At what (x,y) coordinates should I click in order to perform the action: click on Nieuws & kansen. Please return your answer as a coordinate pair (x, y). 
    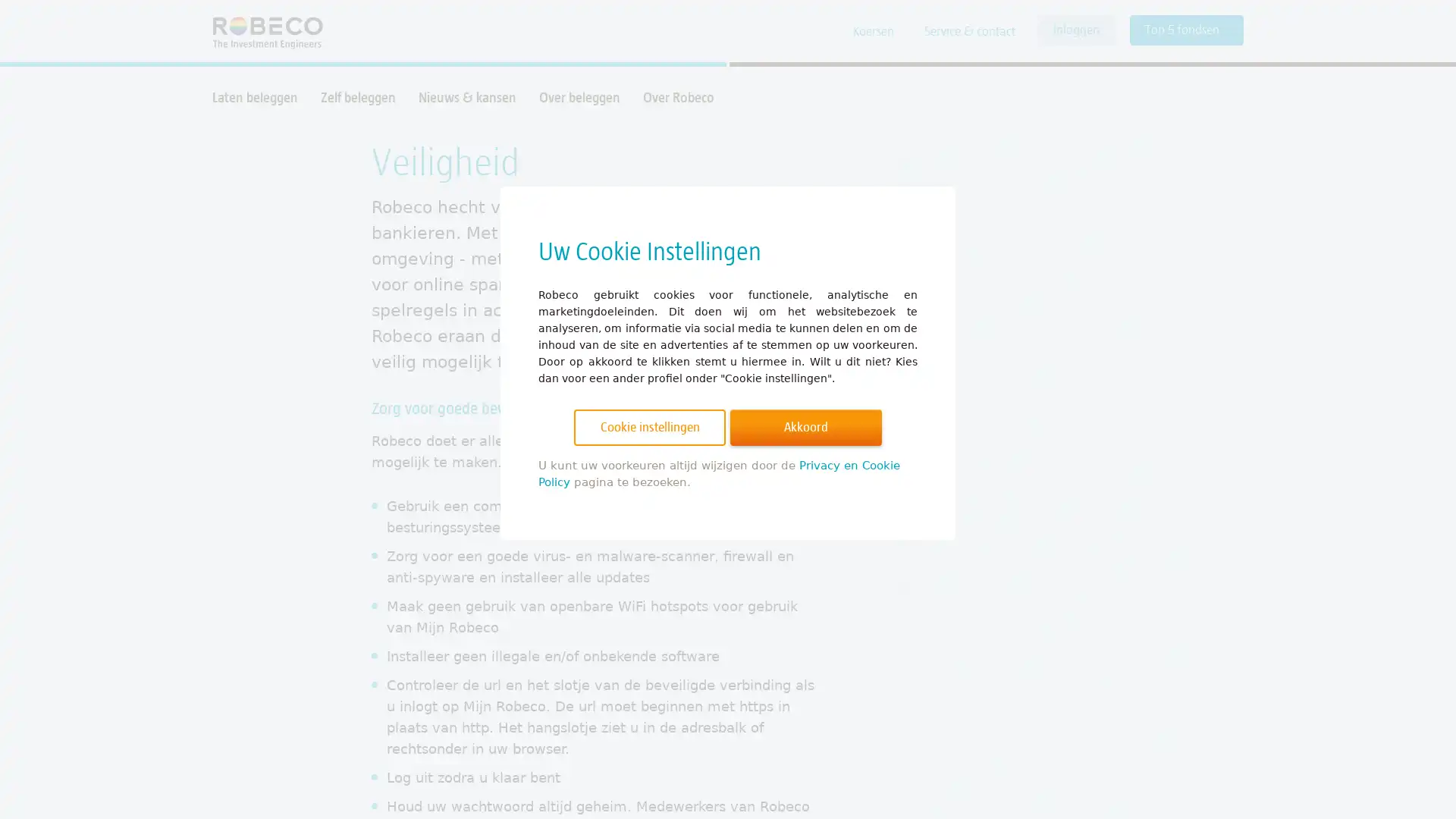
    Looking at the image, I should click on (466, 97).